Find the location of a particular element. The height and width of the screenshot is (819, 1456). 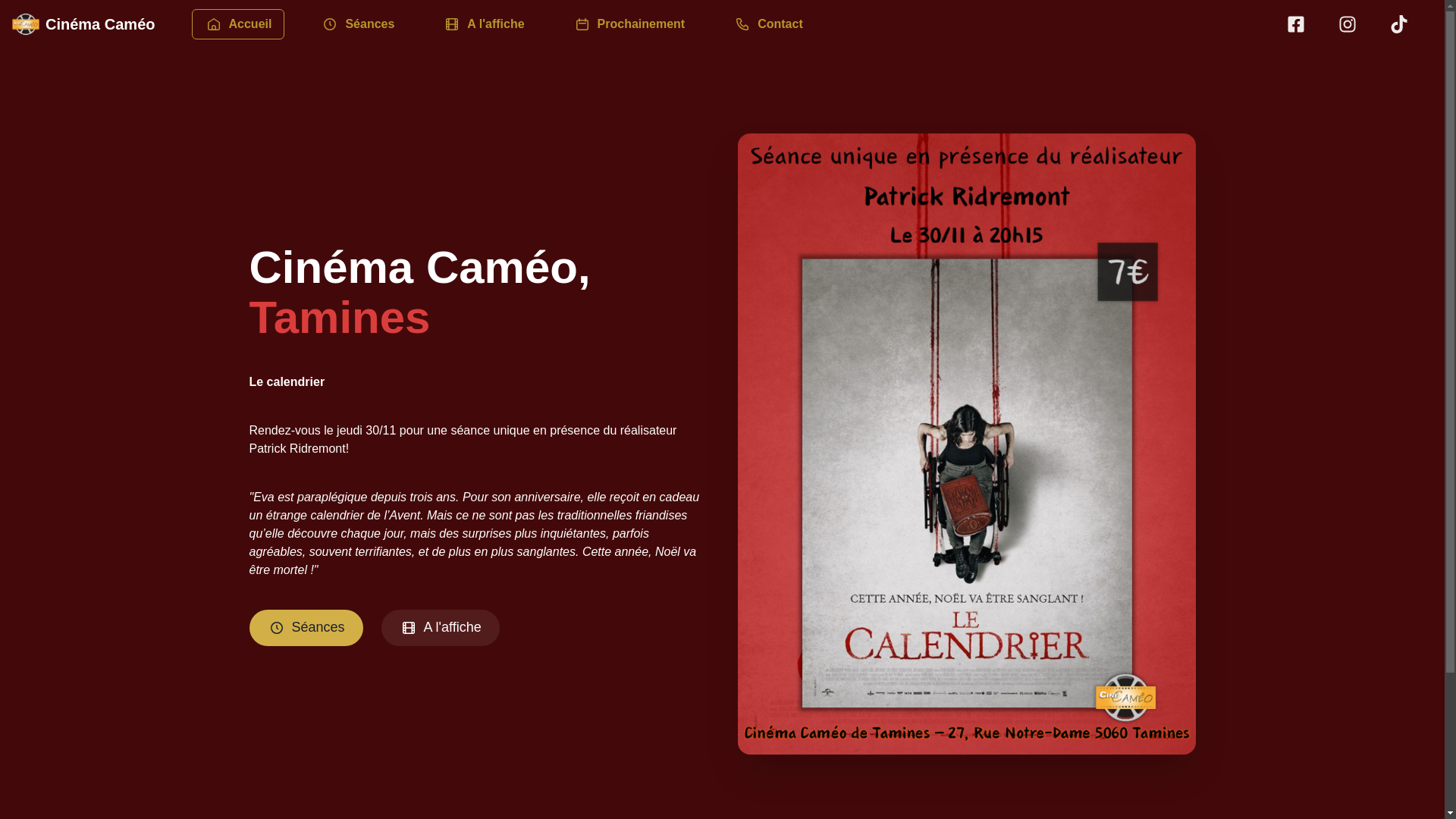

'Prochainement' is located at coordinates (629, 23).